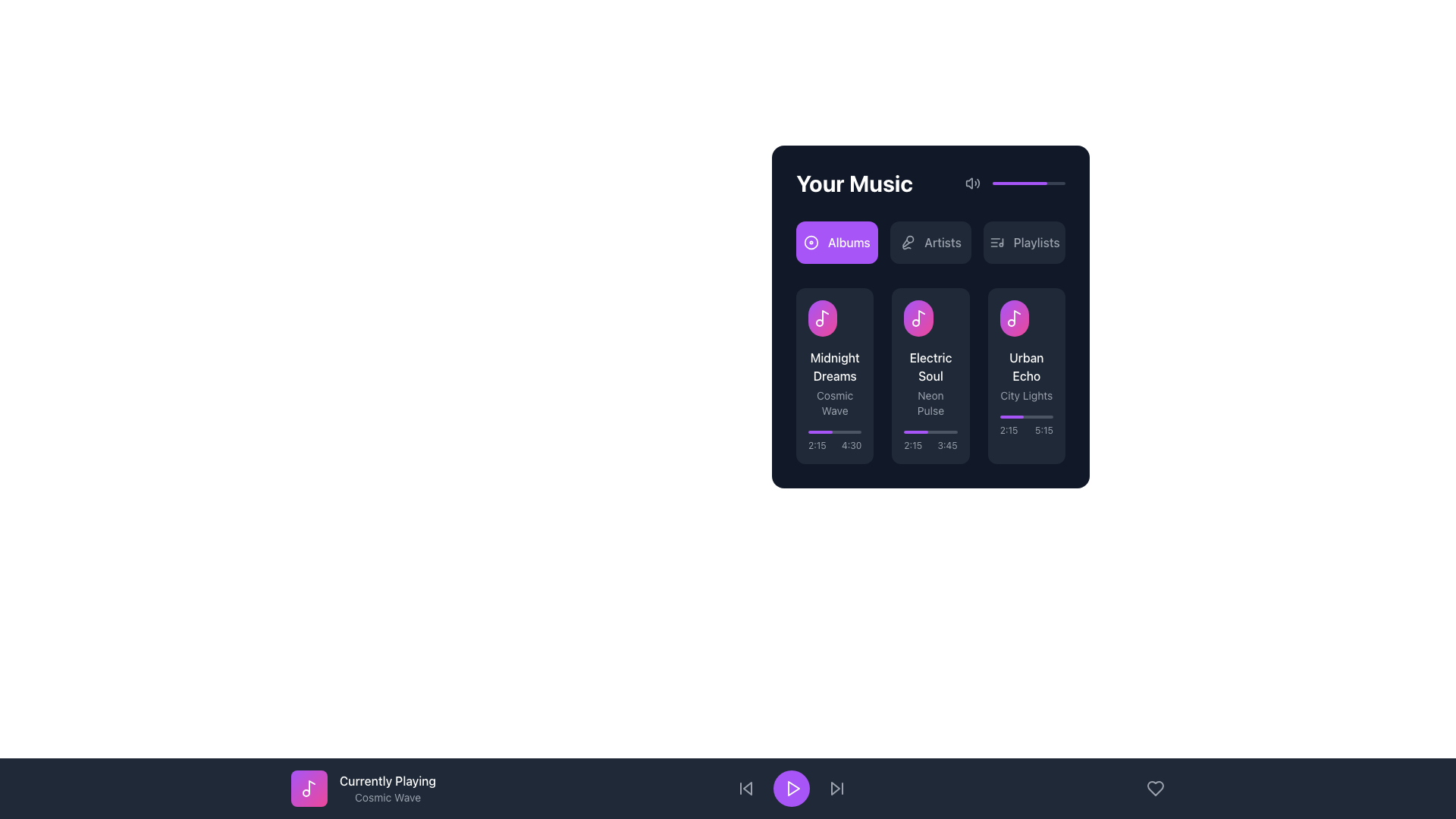 The width and height of the screenshot is (1456, 819). Describe the element at coordinates (848, 242) in the screenshot. I see `text component displaying 'Albums' which is centered within a purple button-like structure in the music navigation UI` at that location.